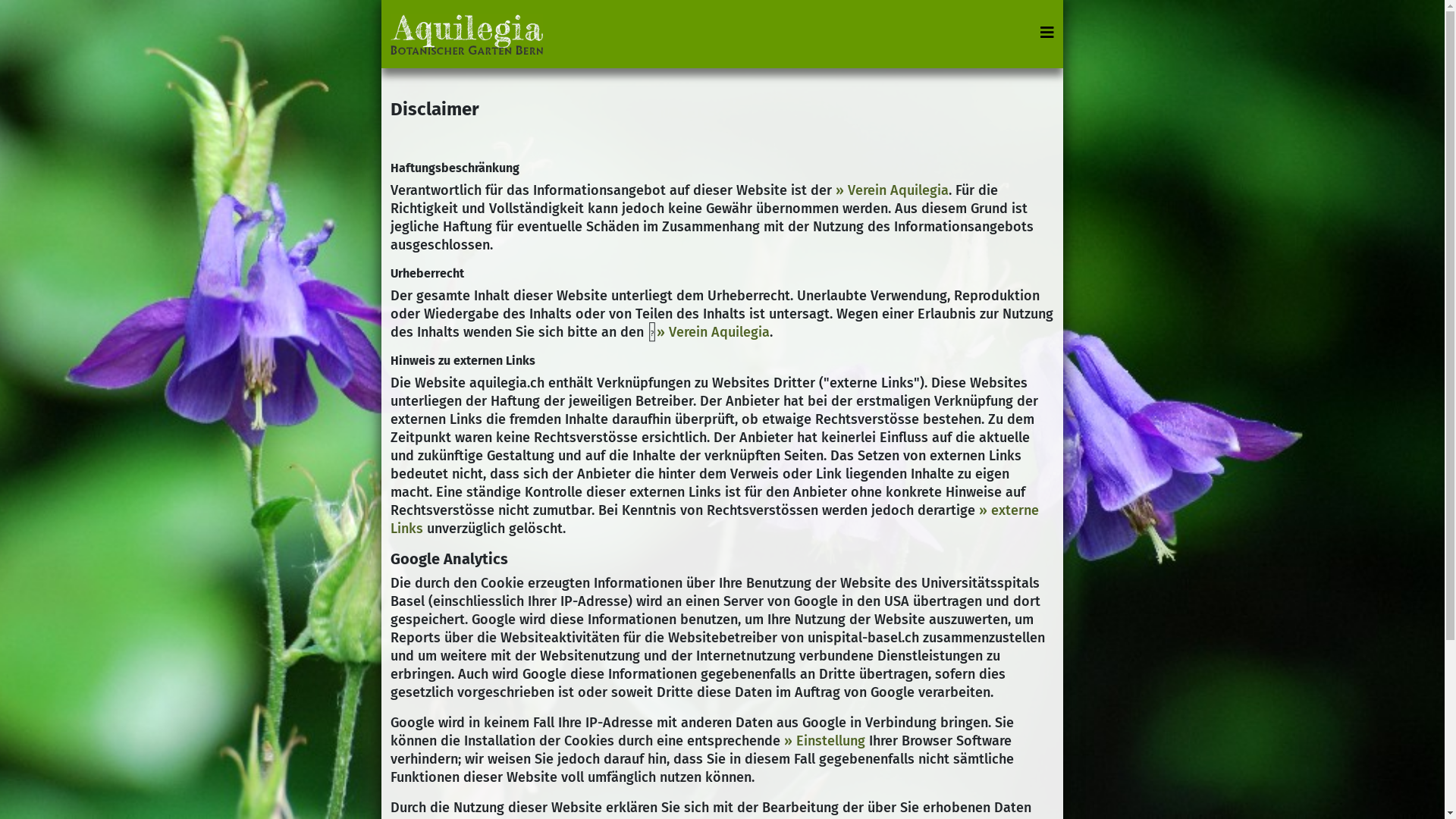 The height and width of the screenshot is (819, 1456). What do you see at coordinates (1046, 32) in the screenshot?
I see `'Helix3 Megamenu Options'` at bounding box center [1046, 32].